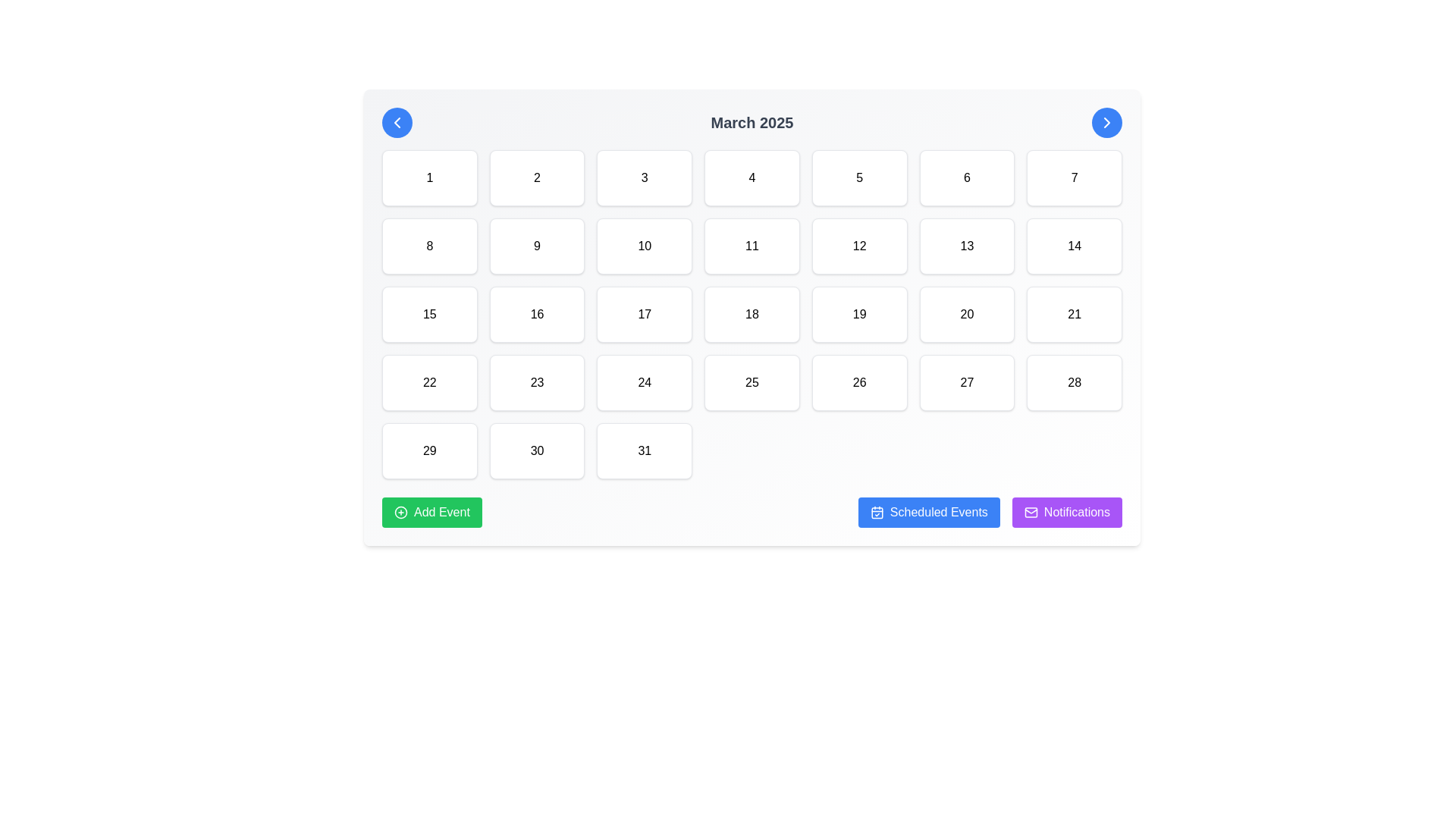 This screenshot has height=819, width=1456. What do you see at coordinates (990, 512) in the screenshot?
I see `the 'Scheduled Events' button located in the Horizontal Button Group at the bottom right corner of the interface` at bounding box center [990, 512].